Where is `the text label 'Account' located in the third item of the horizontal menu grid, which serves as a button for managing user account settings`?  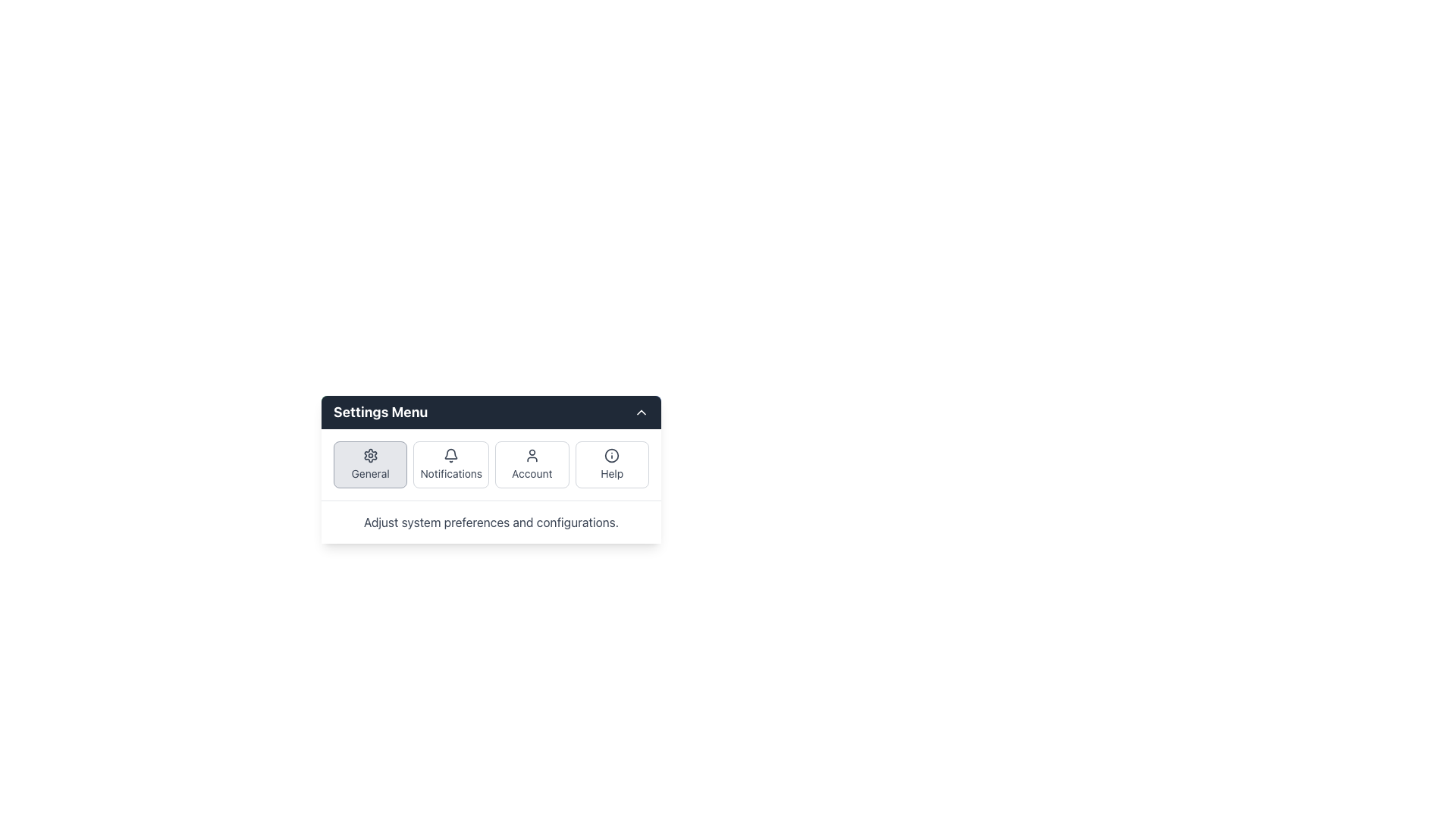 the text label 'Account' located in the third item of the horizontal menu grid, which serves as a button for managing user account settings is located at coordinates (532, 472).